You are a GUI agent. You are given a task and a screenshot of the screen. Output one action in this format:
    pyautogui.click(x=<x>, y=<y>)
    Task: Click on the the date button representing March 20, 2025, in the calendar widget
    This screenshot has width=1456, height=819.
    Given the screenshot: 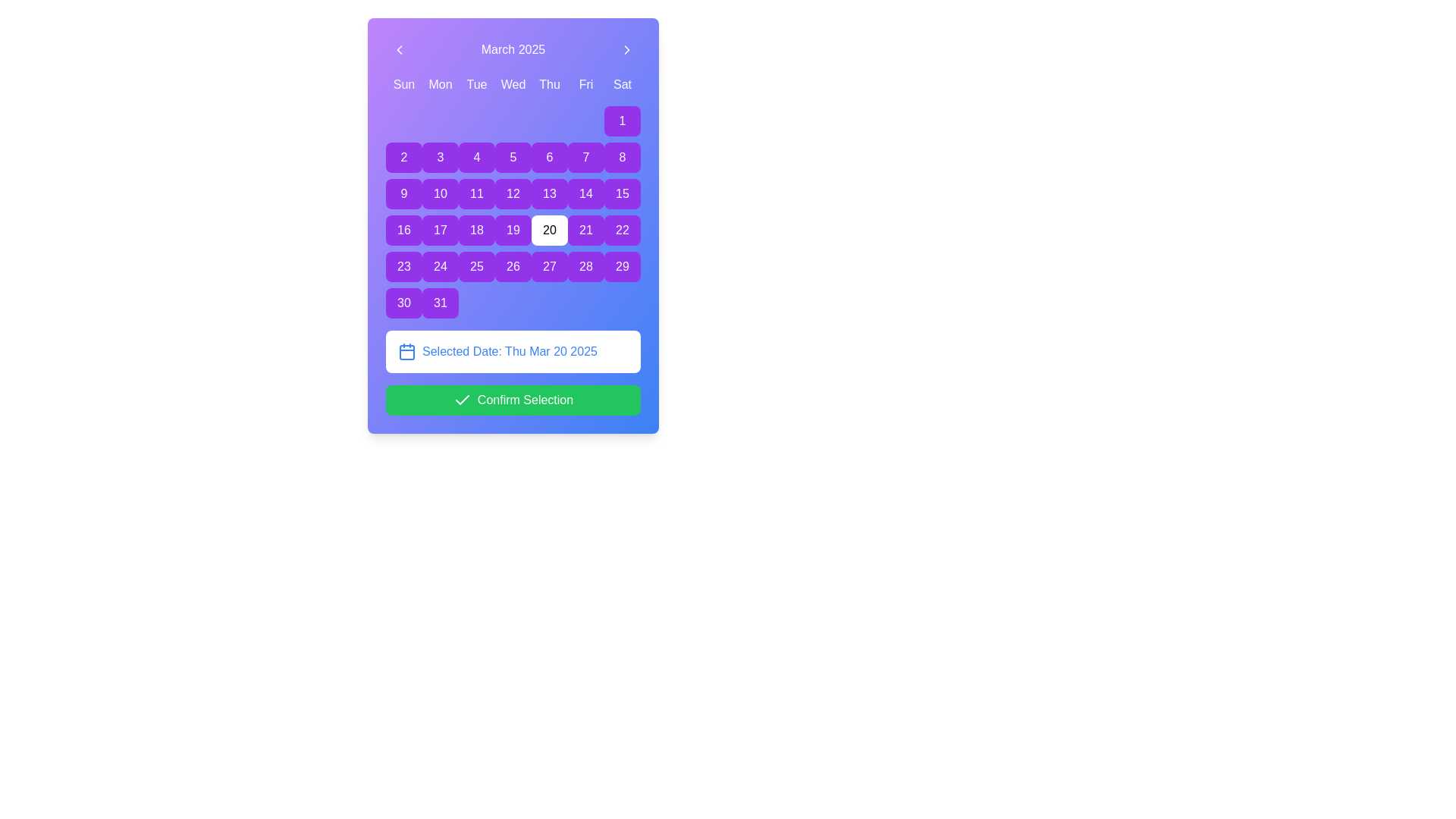 What is the action you would take?
    pyautogui.click(x=548, y=231)
    